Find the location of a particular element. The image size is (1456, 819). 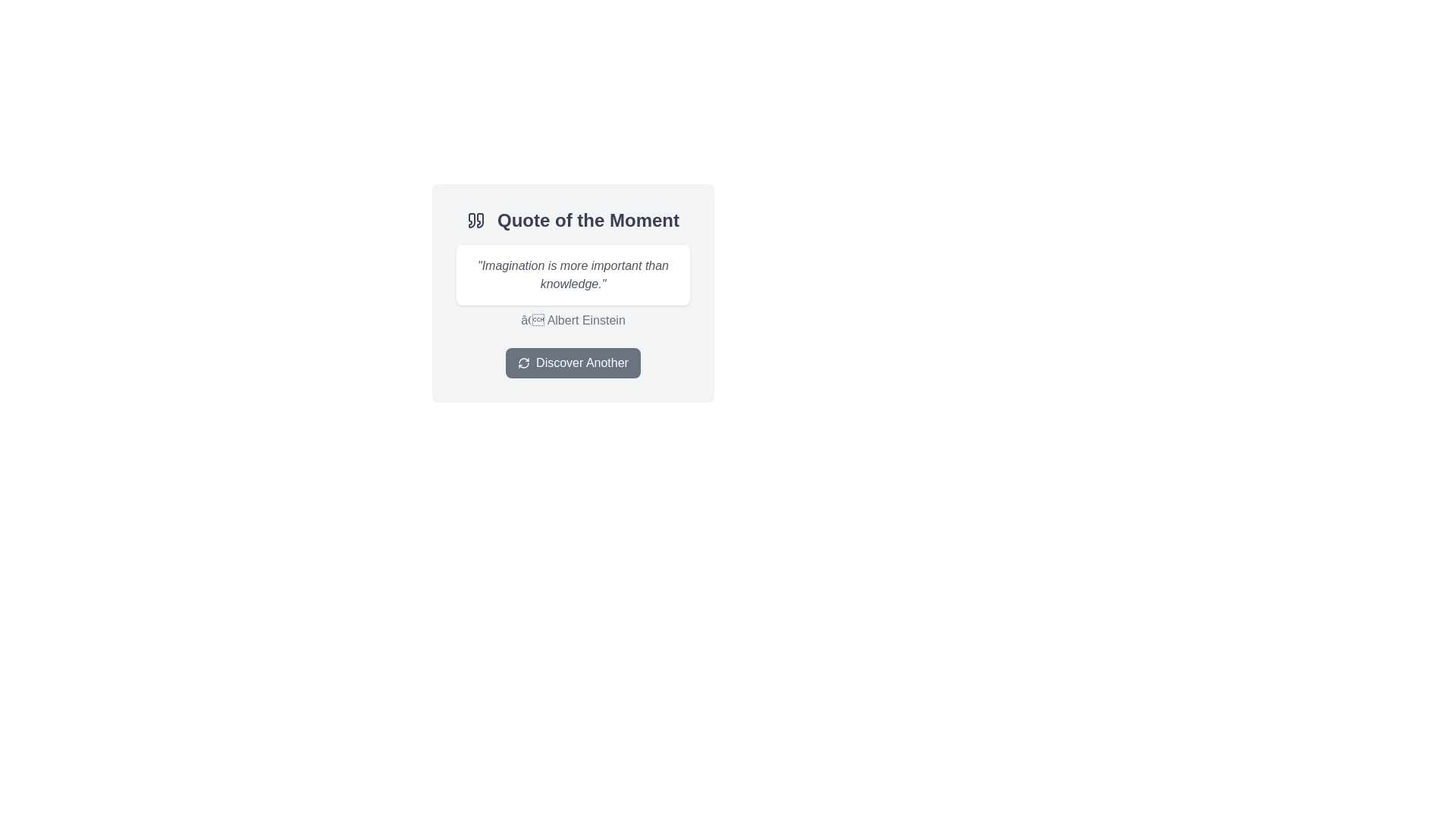

the 'Discover Another' button, which has a decorative refresh icon embedded on the left side is located at coordinates (524, 362).